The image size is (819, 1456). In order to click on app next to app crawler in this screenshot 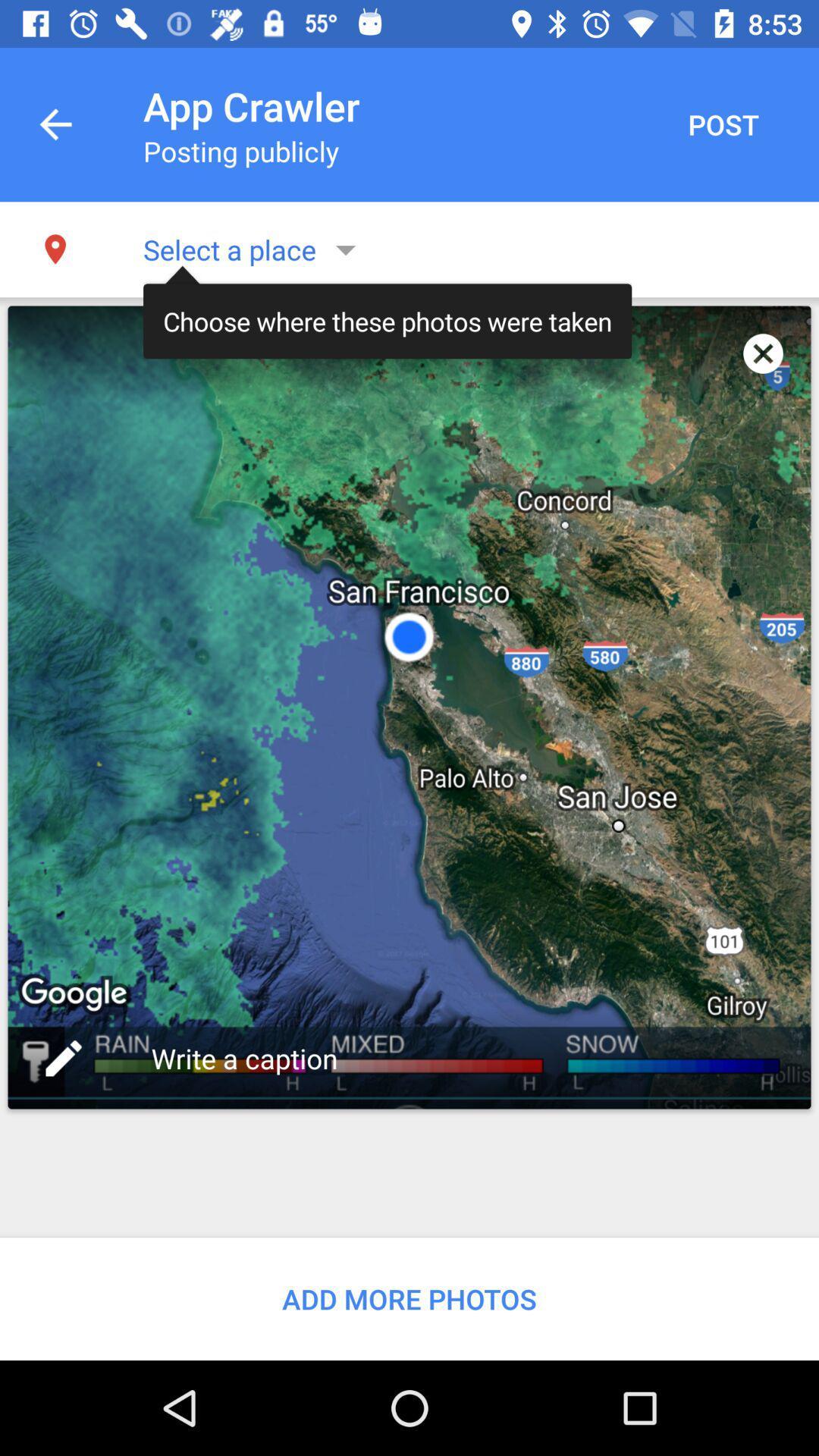, I will do `click(722, 124)`.